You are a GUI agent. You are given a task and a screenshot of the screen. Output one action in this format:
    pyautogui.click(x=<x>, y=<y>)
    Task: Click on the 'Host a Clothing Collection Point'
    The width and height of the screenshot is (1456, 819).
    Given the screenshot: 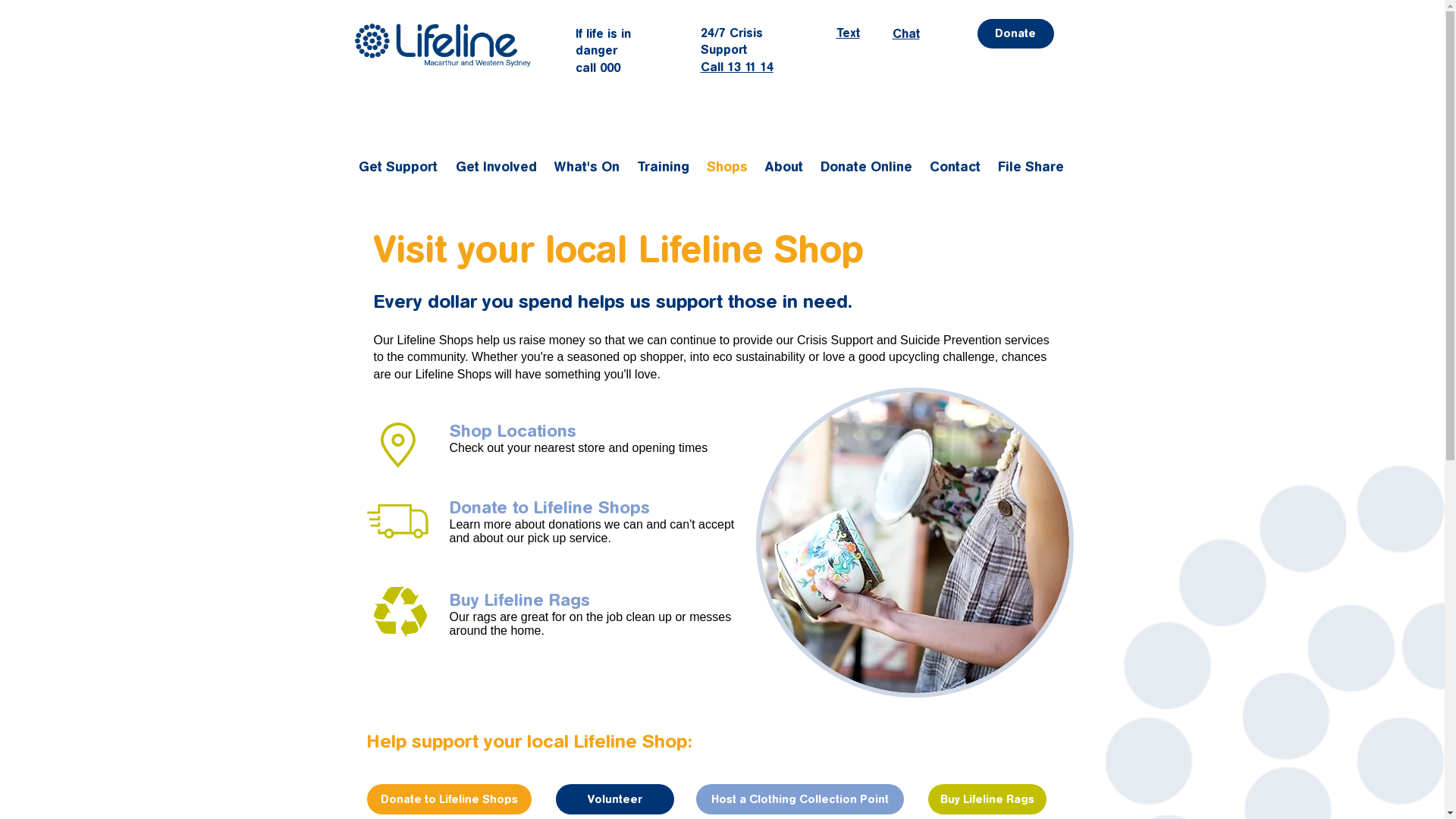 What is the action you would take?
    pyautogui.click(x=695, y=798)
    